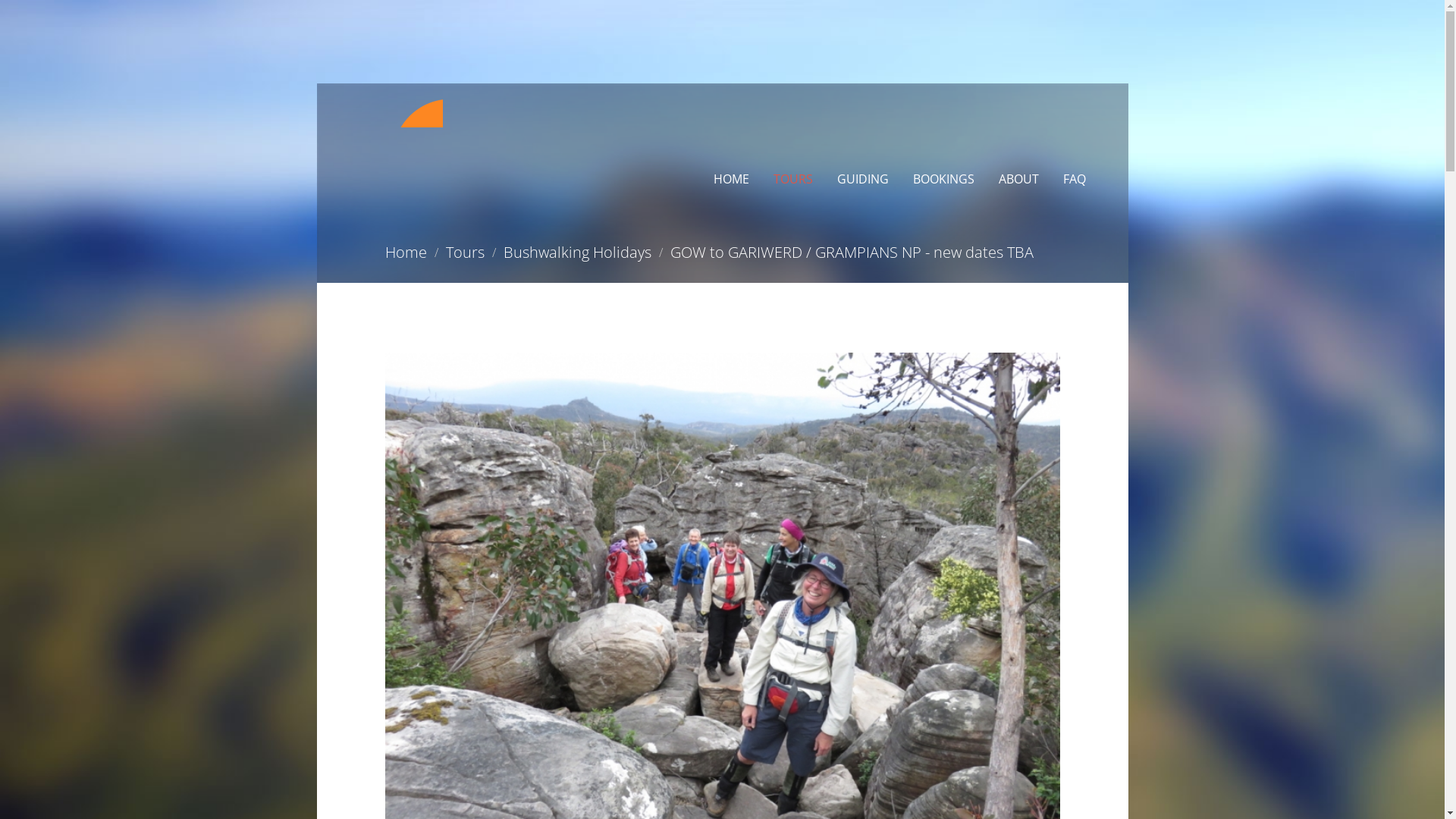 The image size is (1456, 819). What do you see at coordinates (943, 177) in the screenshot?
I see `'BOOKINGS'` at bounding box center [943, 177].